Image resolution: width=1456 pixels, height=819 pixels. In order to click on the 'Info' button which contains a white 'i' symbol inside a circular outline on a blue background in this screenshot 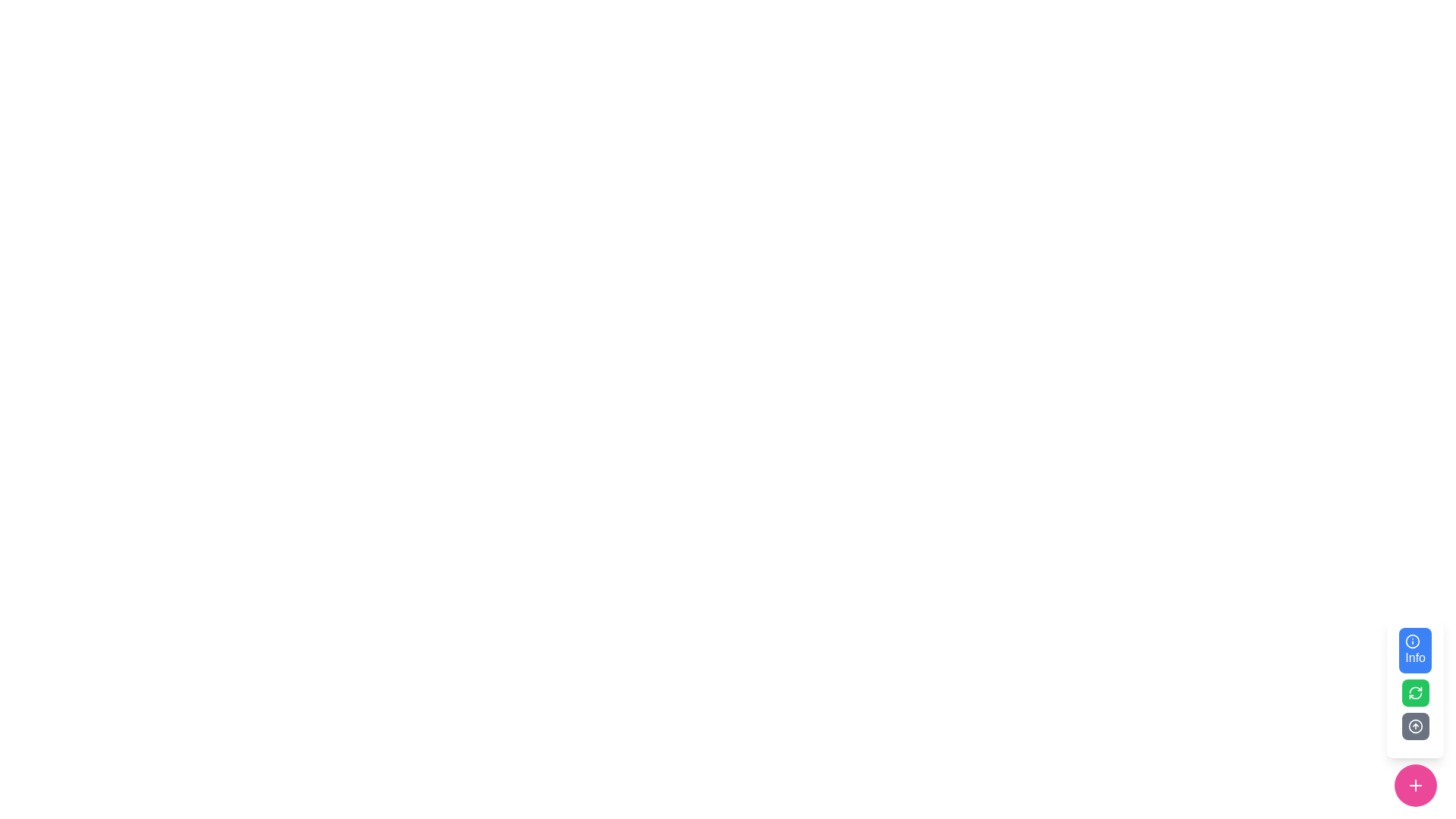, I will do `click(1412, 641)`.